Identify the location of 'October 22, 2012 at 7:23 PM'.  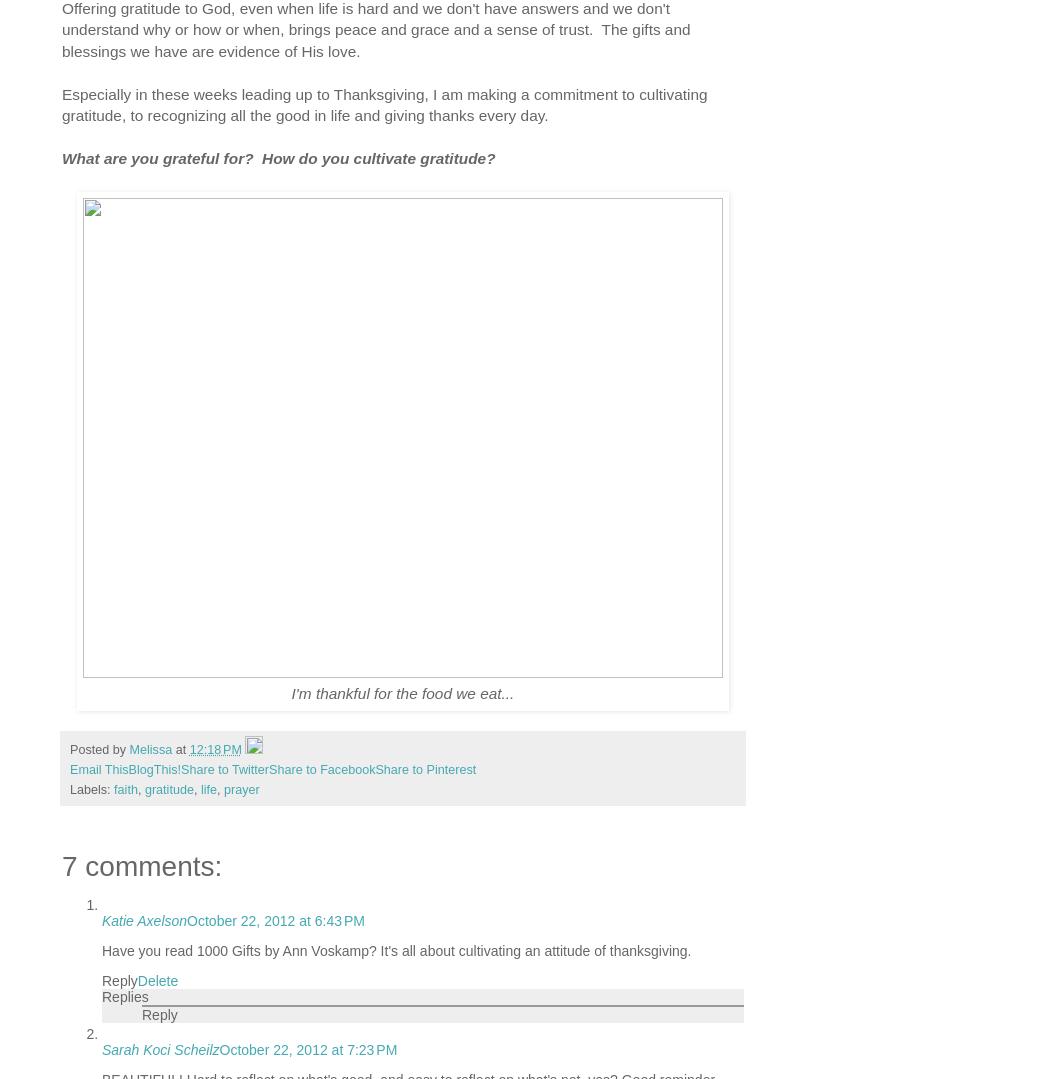
(306, 1048).